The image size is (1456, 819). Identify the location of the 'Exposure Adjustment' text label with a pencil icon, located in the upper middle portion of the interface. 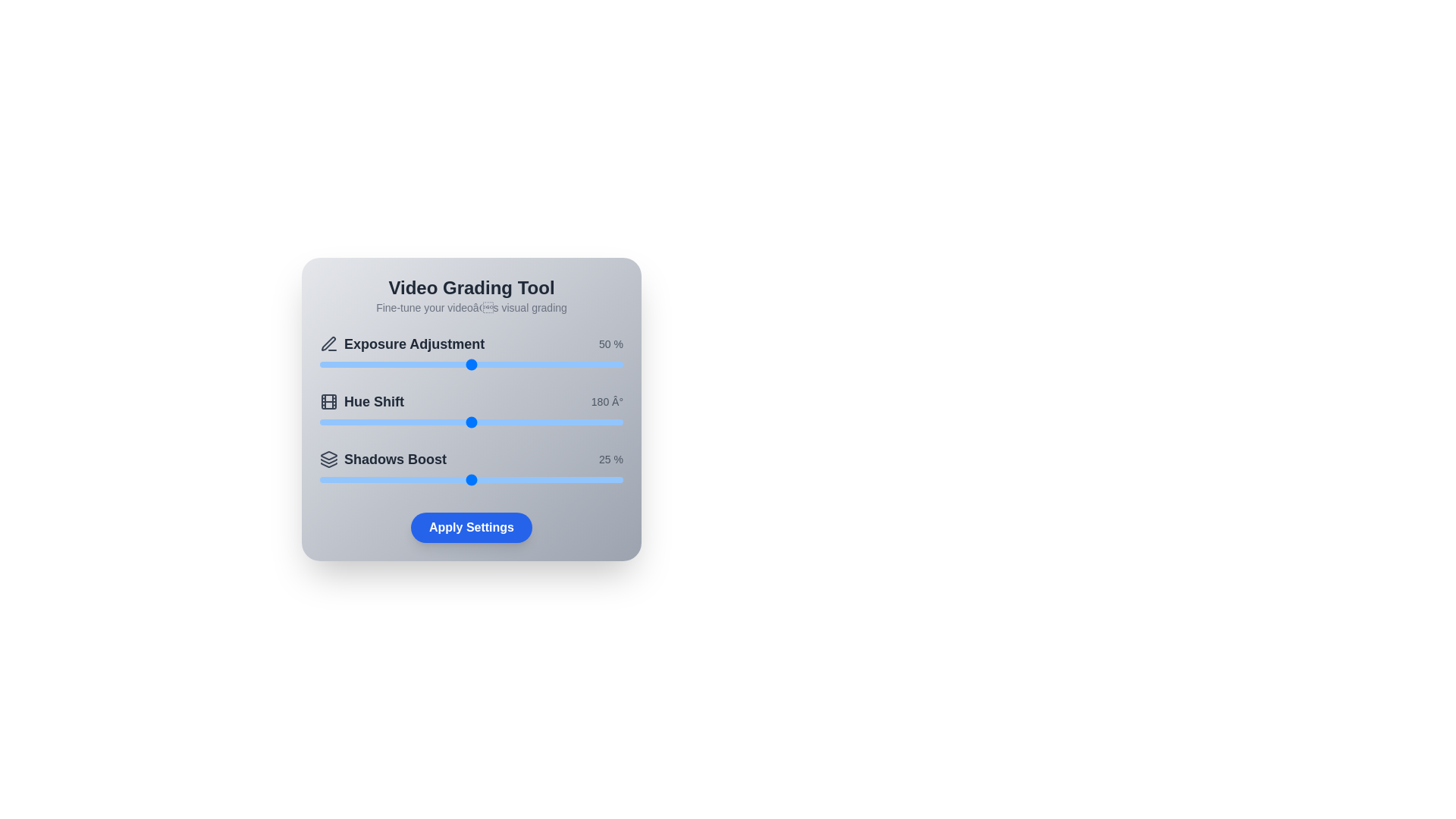
(402, 344).